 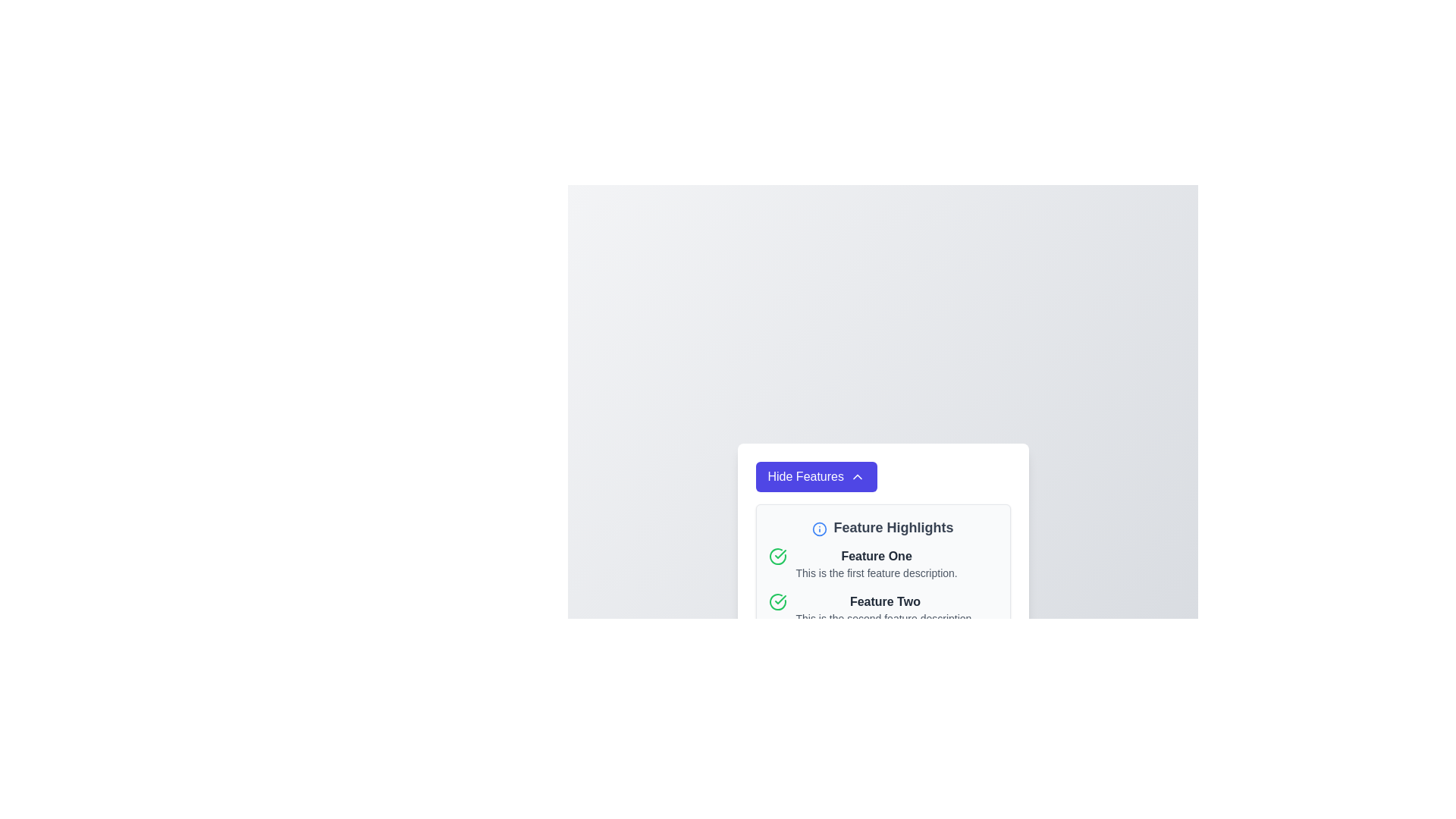 I want to click on header text or label located centrally in the lower section of the interface, which introduces or labels content related to features' highlights, so click(x=893, y=526).